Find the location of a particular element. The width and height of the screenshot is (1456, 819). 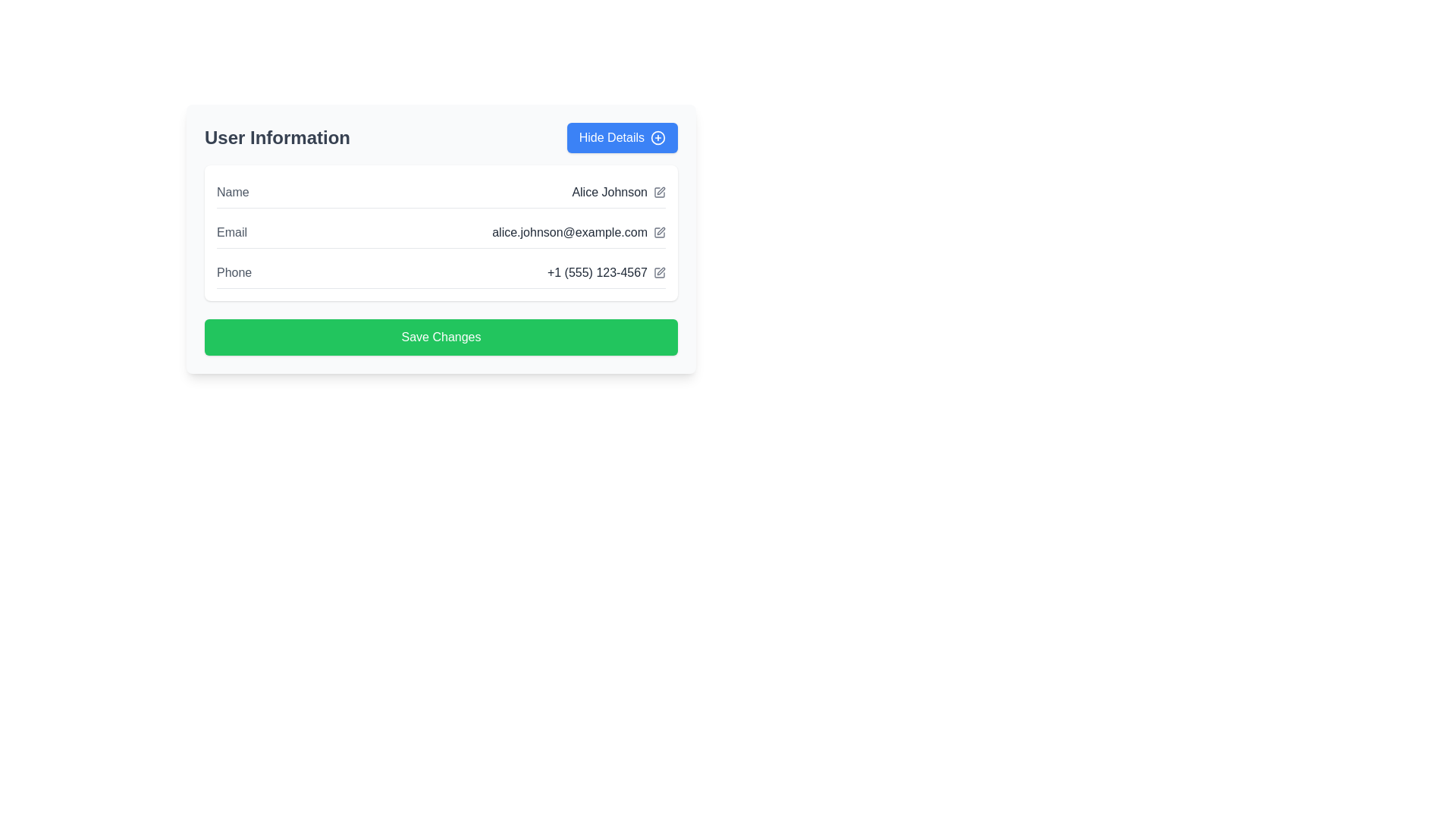

the plus icon within the 'Hide Details' button is located at coordinates (658, 137).